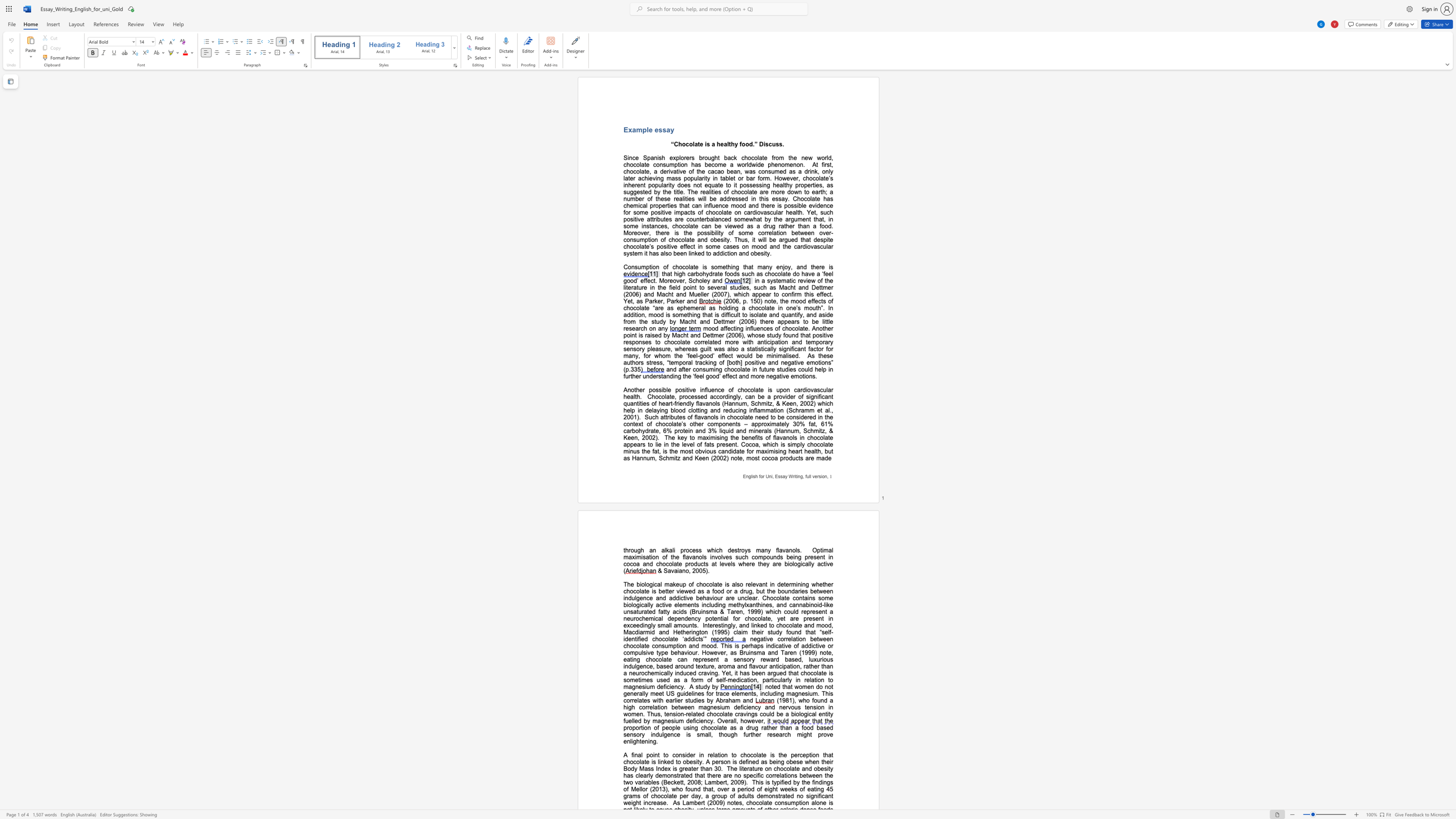  What do you see at coordinates (762, 795) in the screenshot?
I see `the subset text "monstr" within the text "demonstrated"` at bounding box center [762, 795].